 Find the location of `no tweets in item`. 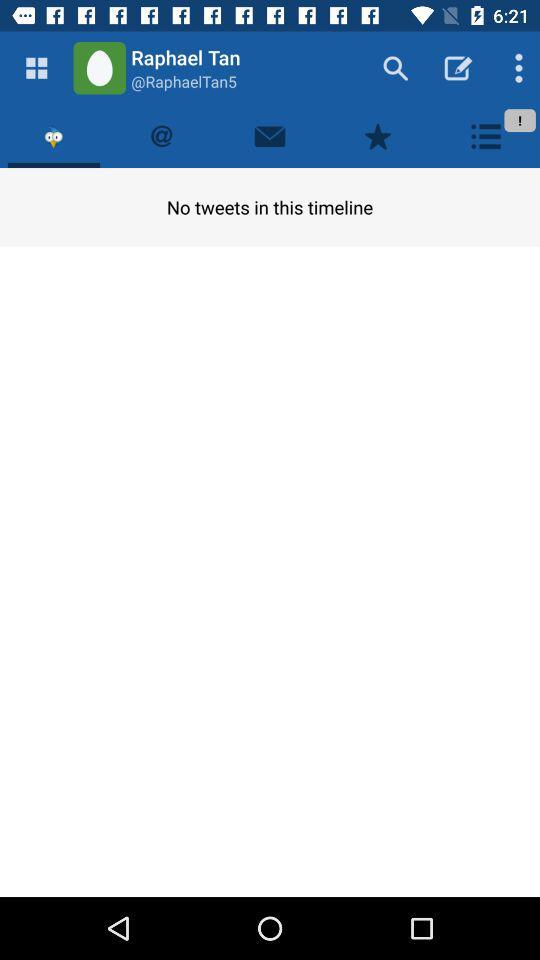

no tweets in item is located at coordinates (270, 207).